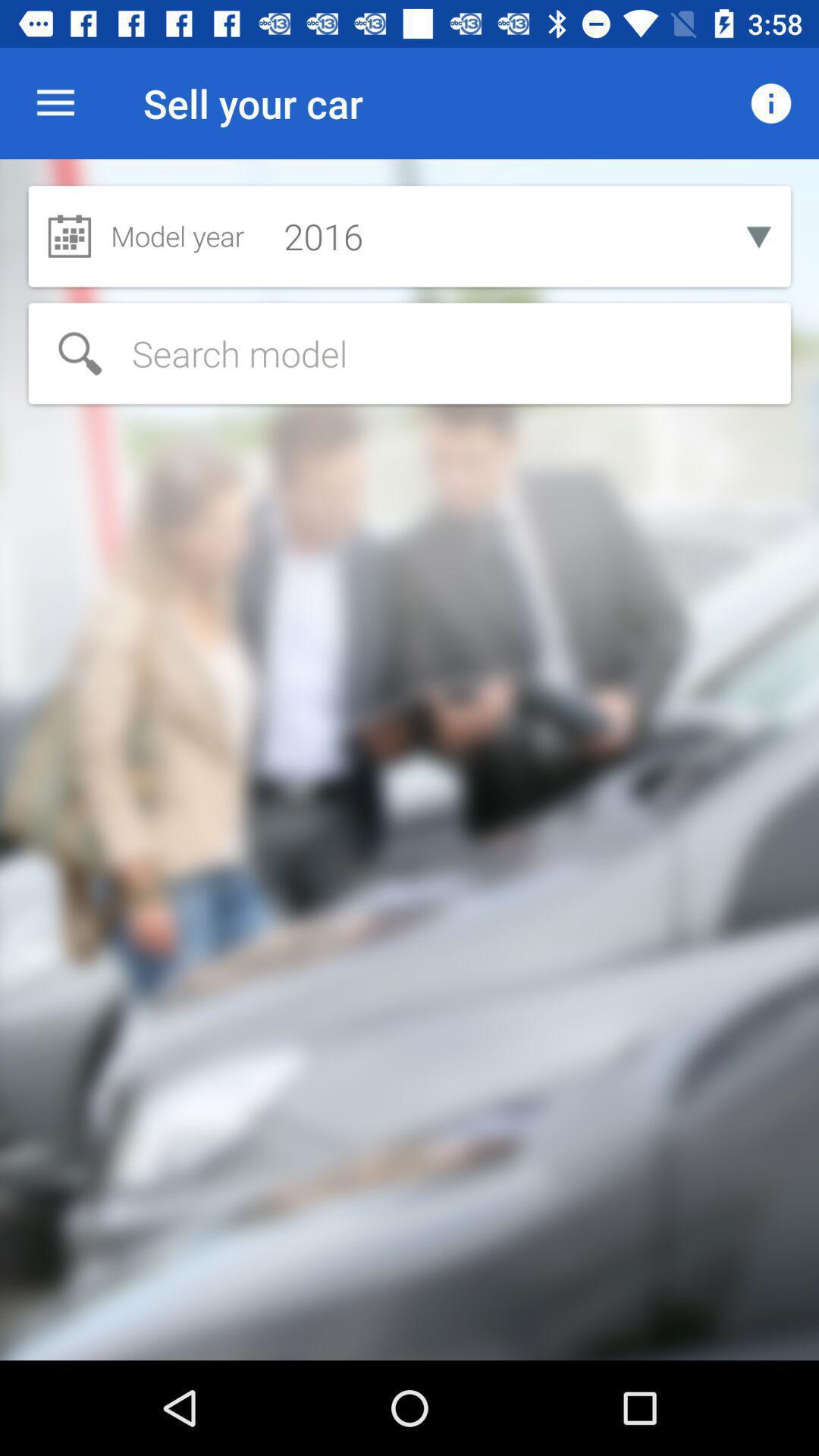 The height and width of the screenshot is (1456, 819). Describe the element at coordinates (409, 353) in the screenshot. I see `search terms` at that location.